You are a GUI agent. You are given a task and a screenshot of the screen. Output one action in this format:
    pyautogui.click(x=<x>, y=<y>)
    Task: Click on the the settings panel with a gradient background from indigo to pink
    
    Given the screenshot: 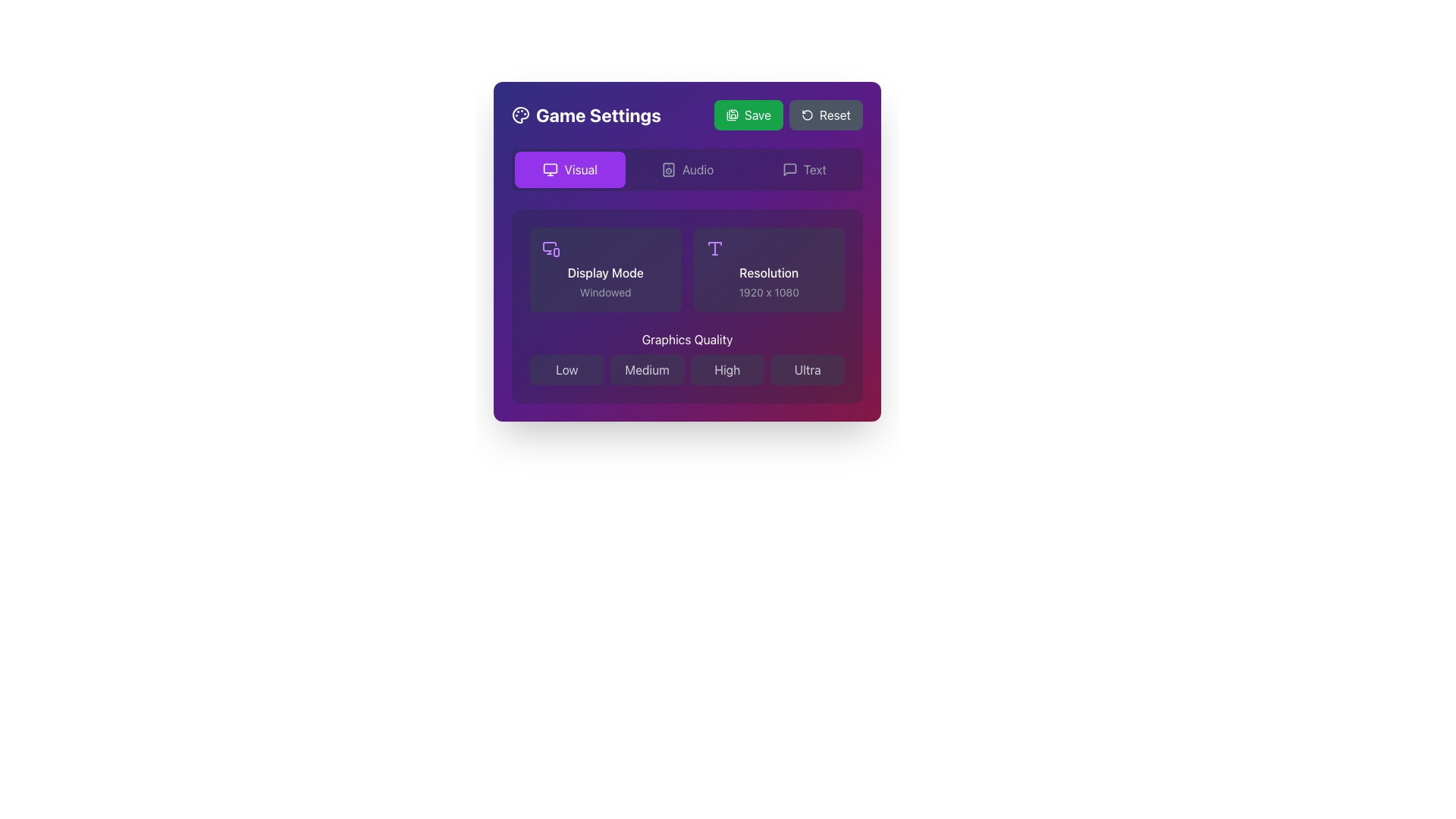 What is the action you would take?
    pyautogui.click(x=686, y=250)
    